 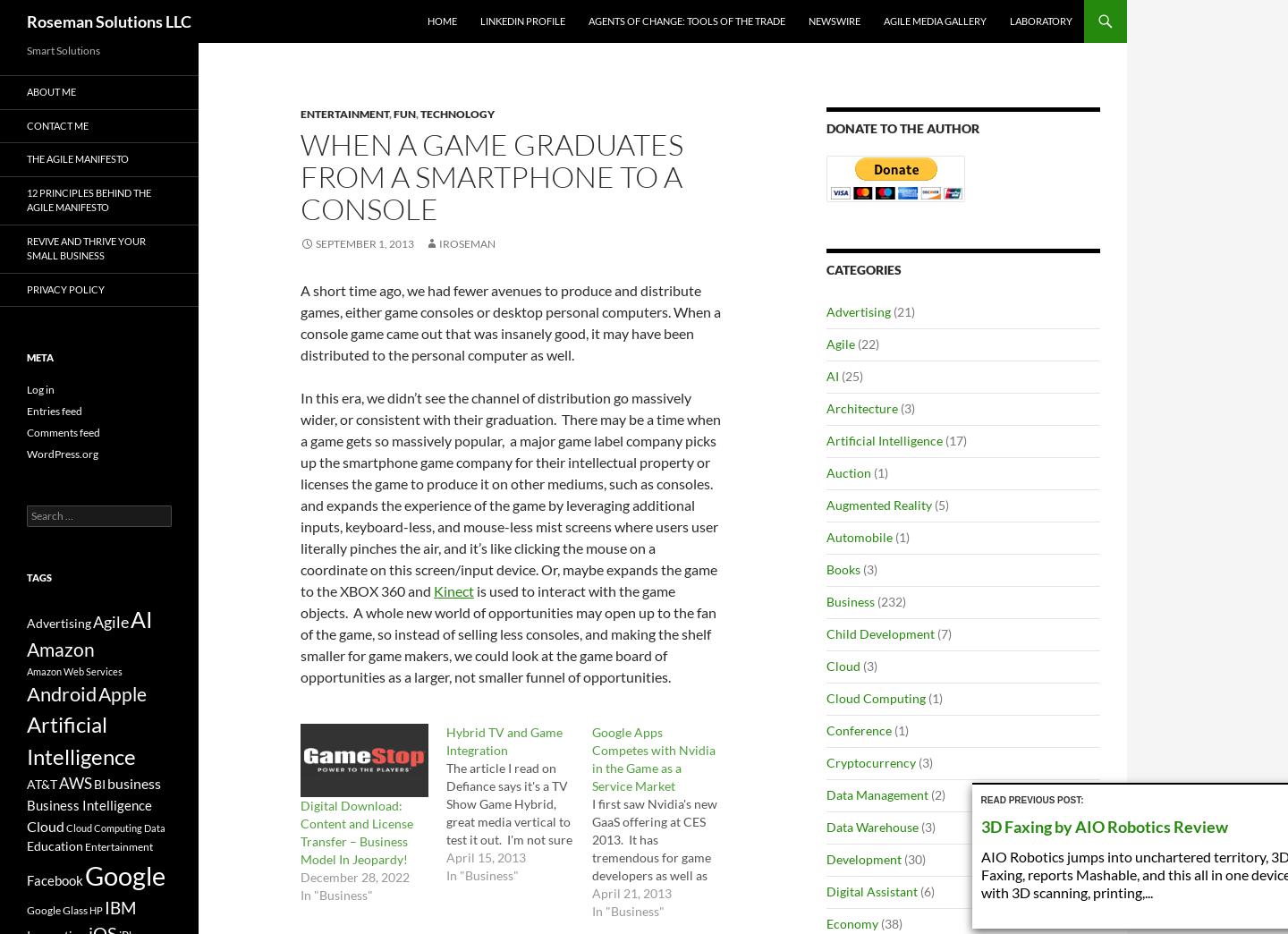 What do you see at coordinates (57, 123) in the screenshot?
I see `'Contact Me'` at bounding box center [57, 123].